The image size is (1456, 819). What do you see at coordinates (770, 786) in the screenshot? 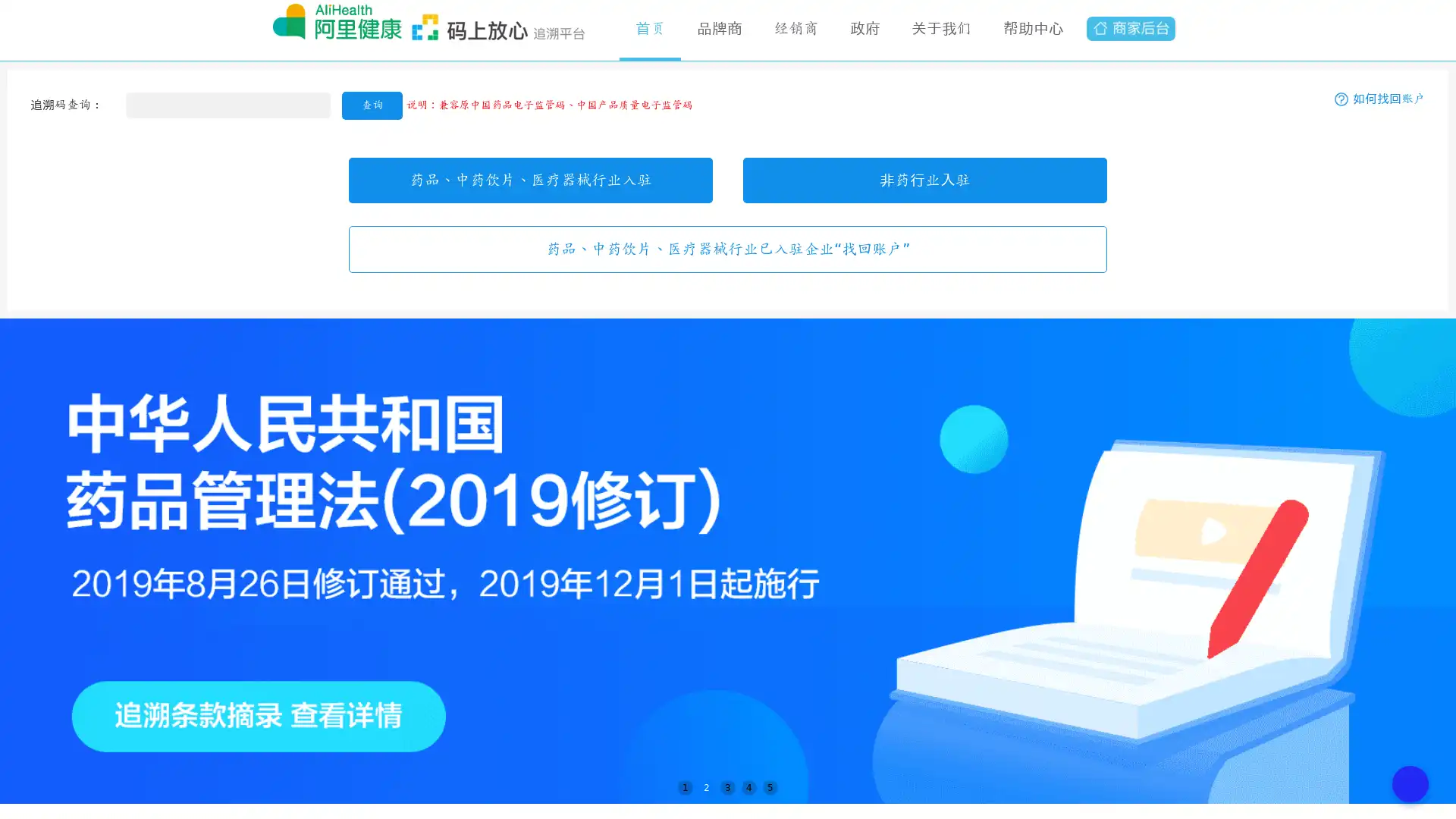
I see `Go to slide 5` at bounding box center [770, 786].